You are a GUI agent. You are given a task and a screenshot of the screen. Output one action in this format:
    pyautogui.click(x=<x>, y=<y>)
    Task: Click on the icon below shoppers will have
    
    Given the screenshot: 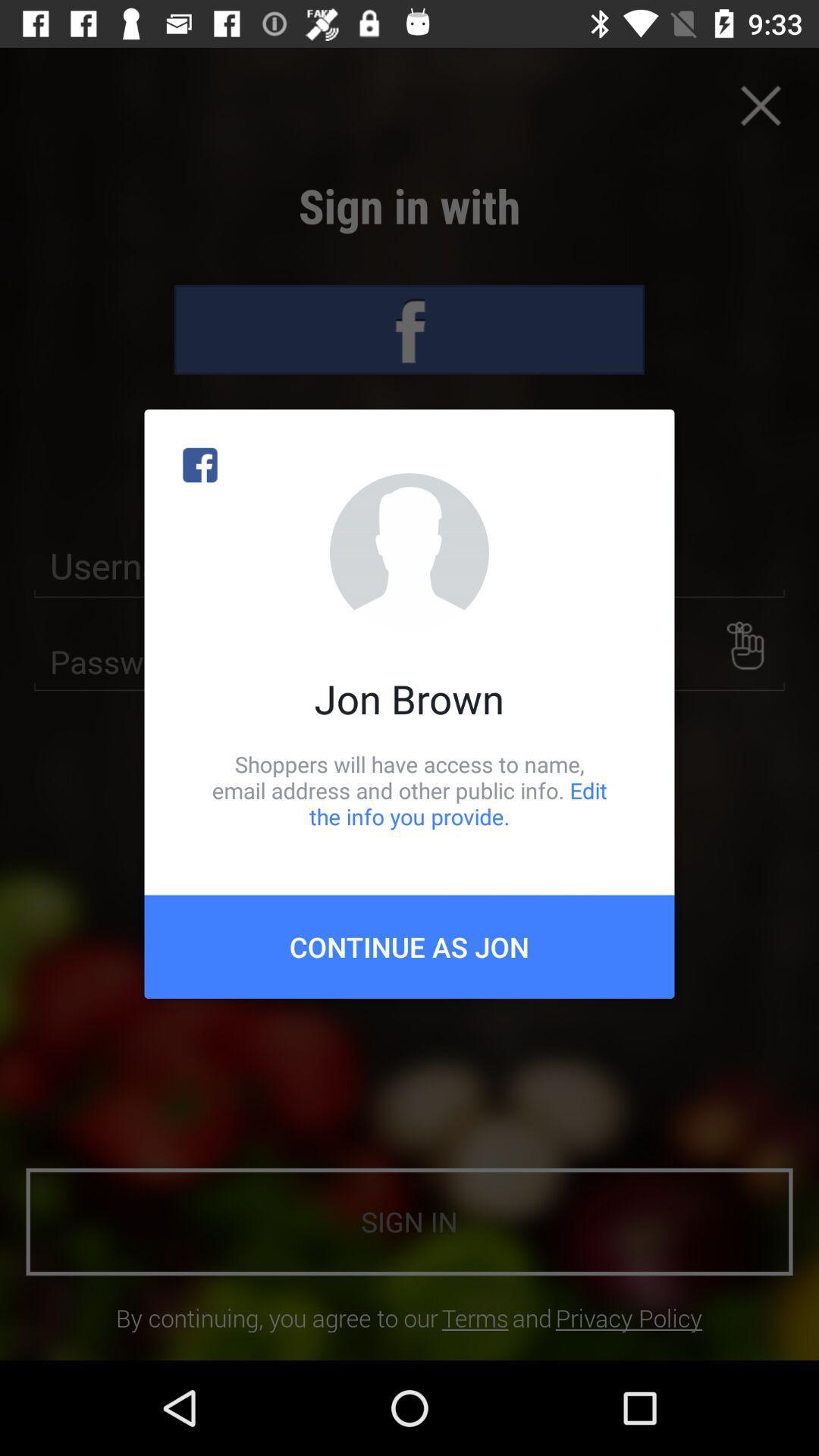 What is the action you would take?
    pyautogui.click(x=409, y=946)
    